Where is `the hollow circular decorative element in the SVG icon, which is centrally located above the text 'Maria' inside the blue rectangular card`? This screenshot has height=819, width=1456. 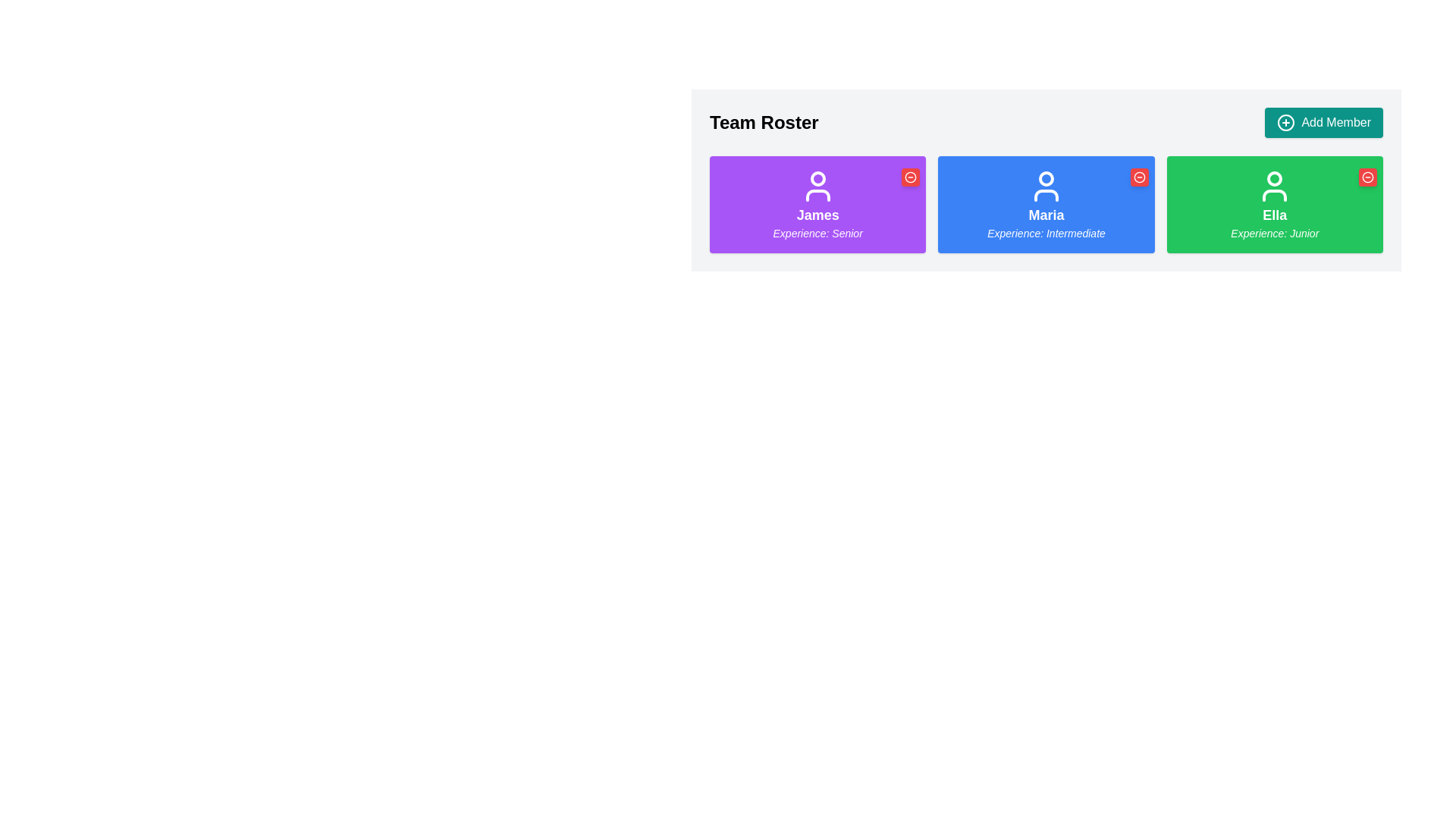
the hollow circular decorative element in the SVG icon, which is centrally located above the text 'Maria' inside the blue rectangular card is located at coordinates (1045, 177).